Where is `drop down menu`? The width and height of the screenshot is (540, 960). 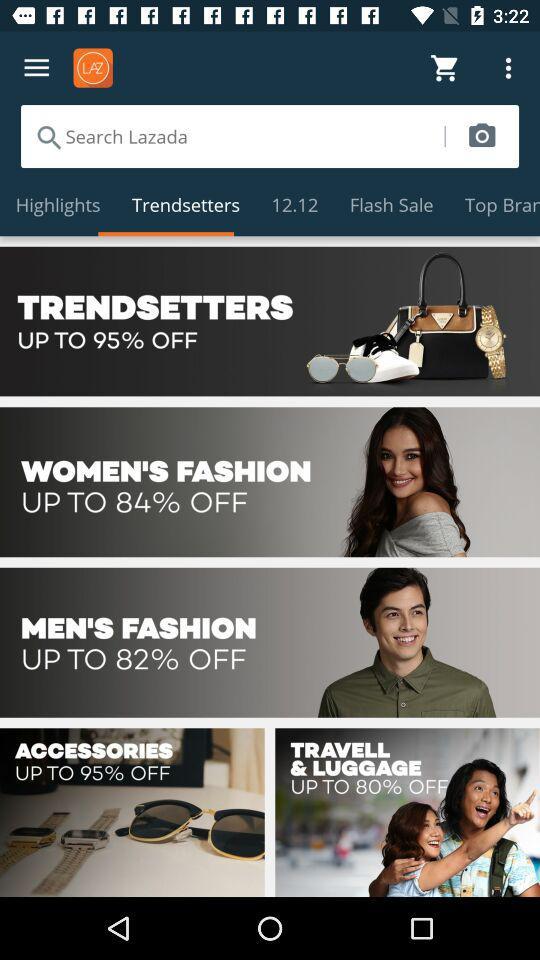
drop down menu is located at coordinates (36, 68).